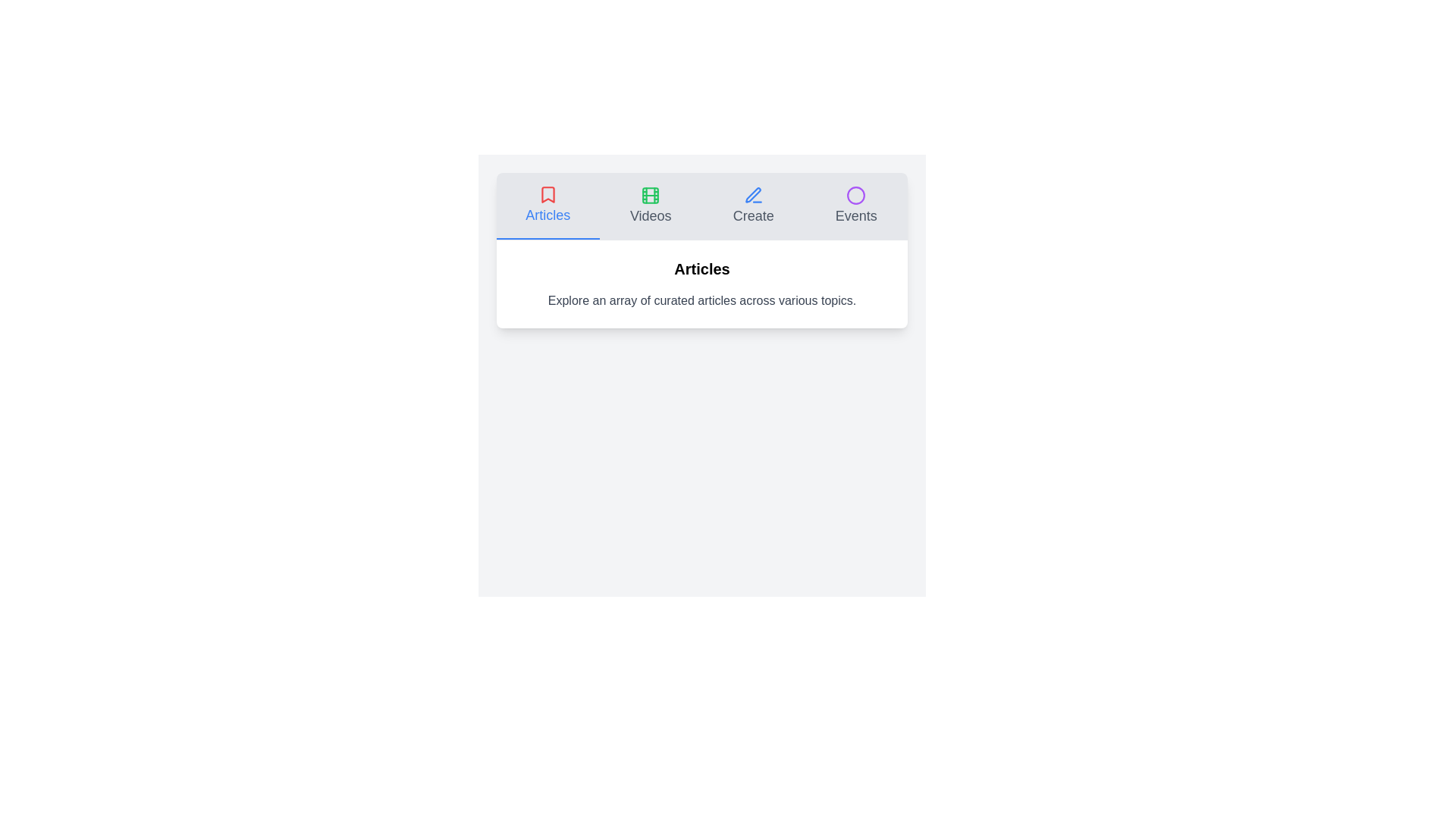 The height and width of the screenshot is (819, 1456). I want to click on the tab labeled Create to observe the hover effect, so click(753, 206).